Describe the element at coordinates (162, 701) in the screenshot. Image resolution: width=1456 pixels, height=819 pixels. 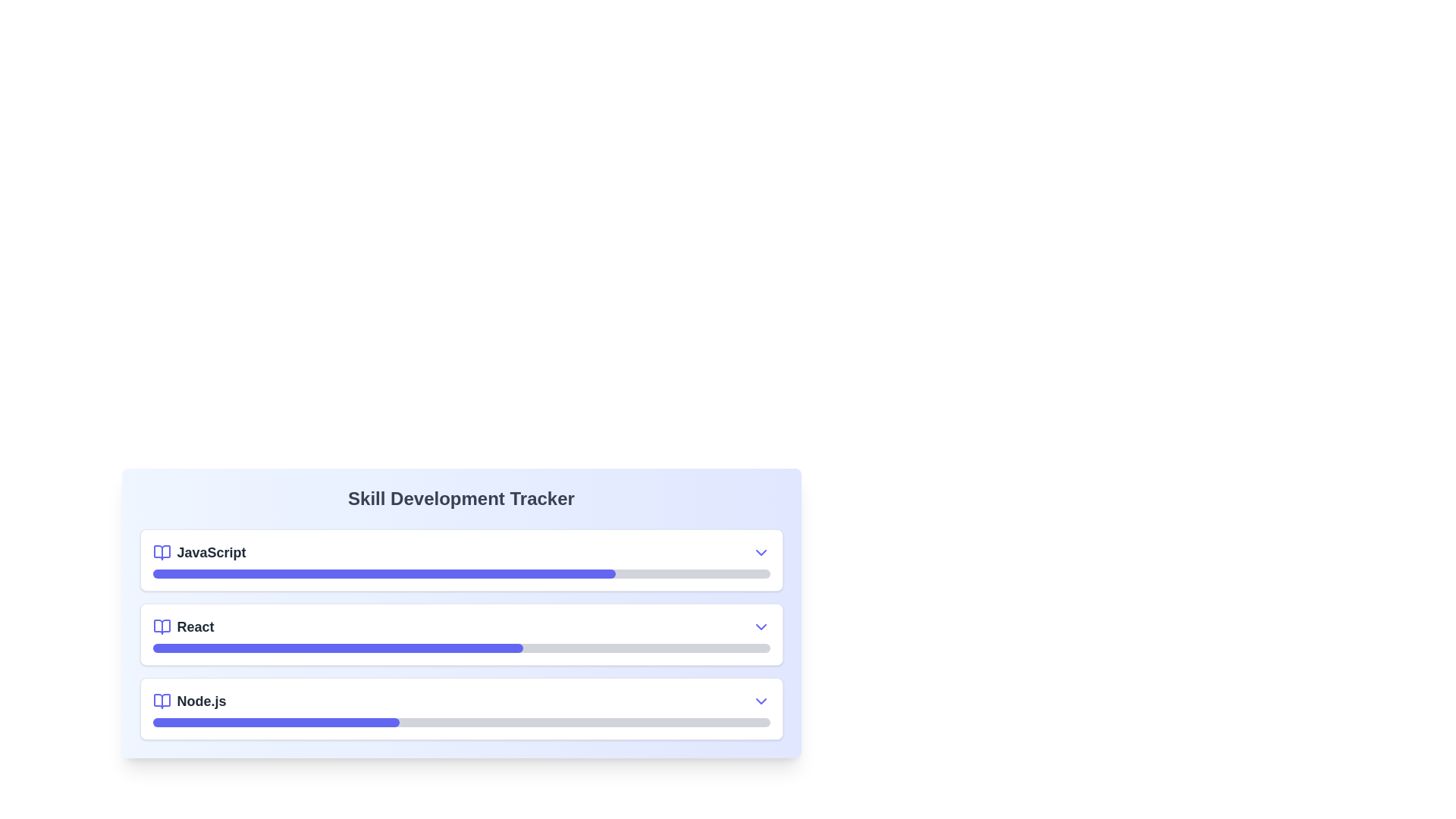
I see `the open book icon, which is styled with a clean line design and is positioned to the left of the 'Node.js' text label` at that location.